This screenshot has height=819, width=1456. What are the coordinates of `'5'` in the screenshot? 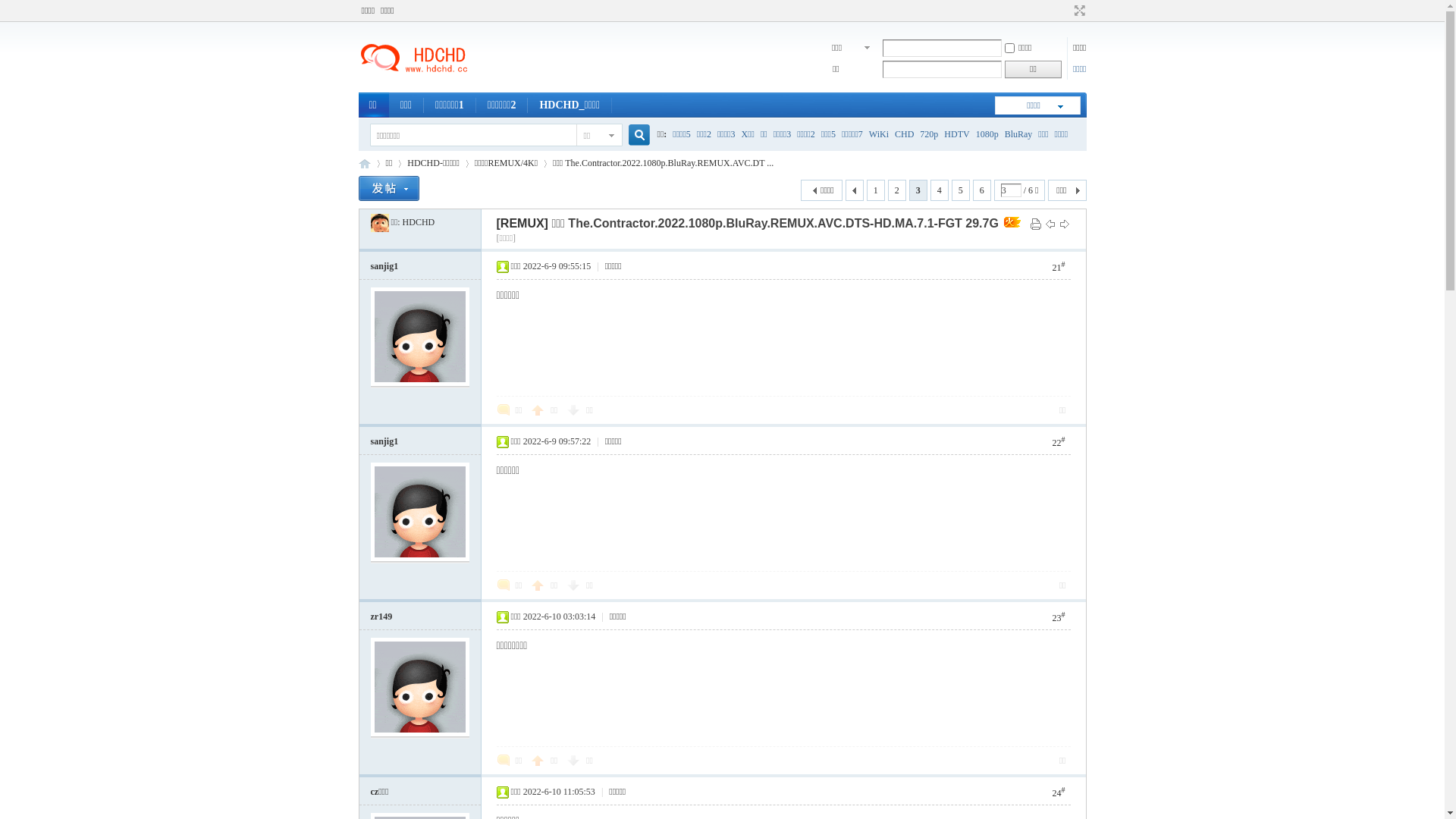 It's located at (960, 189).